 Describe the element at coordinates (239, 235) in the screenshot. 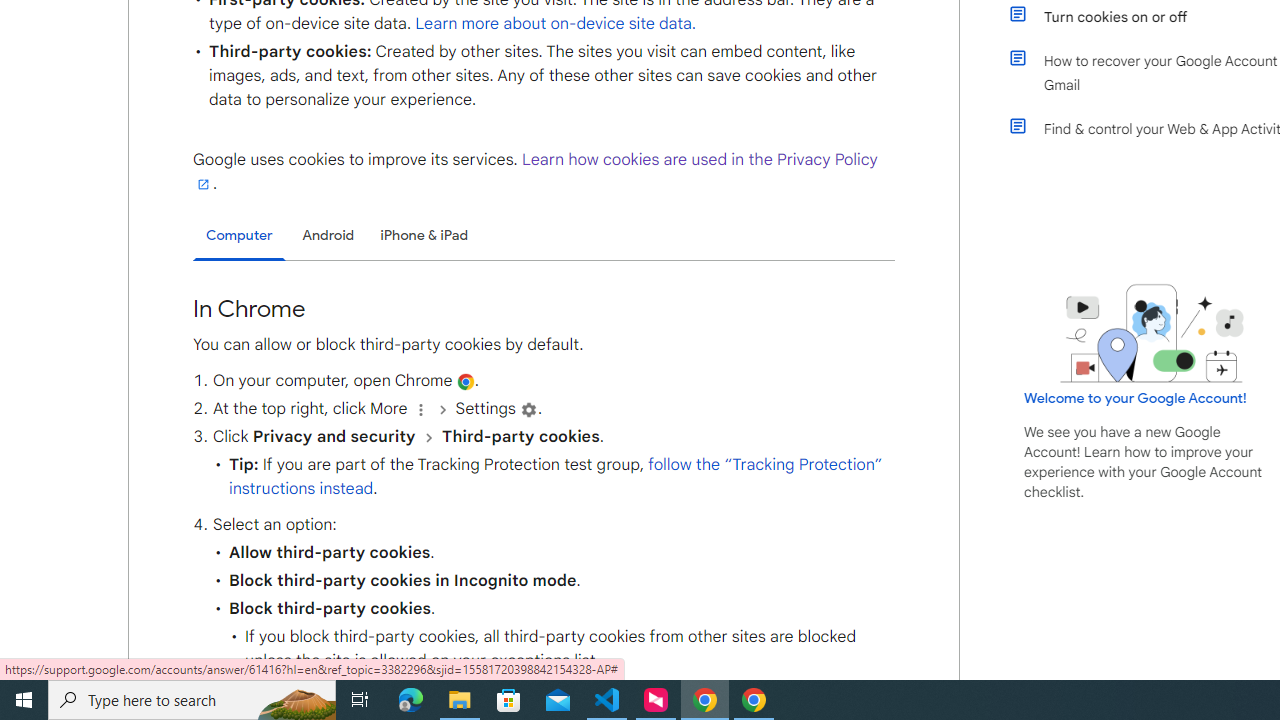

I see `'Computer'` at that location.